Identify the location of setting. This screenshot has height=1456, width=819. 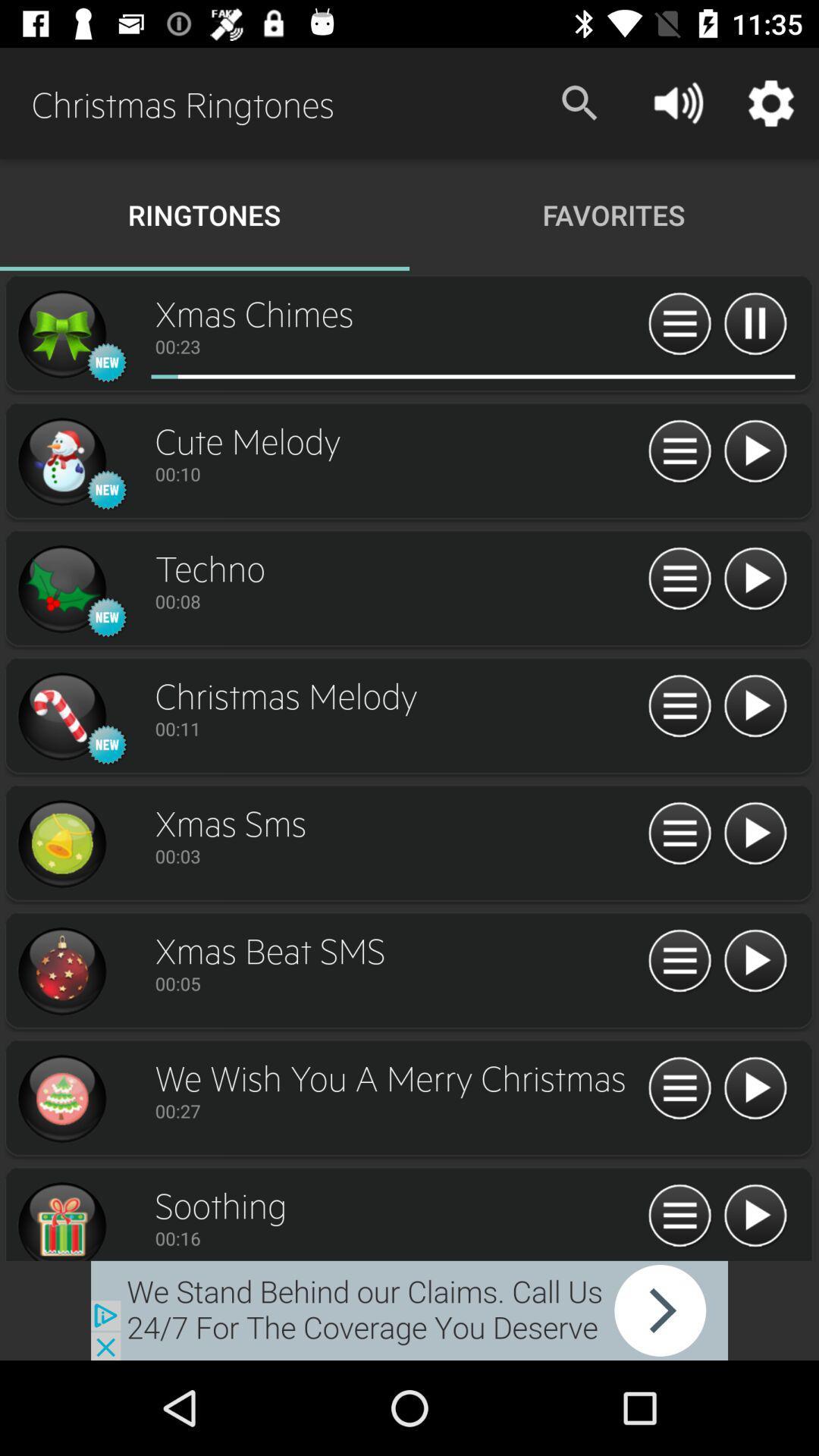
(679, 833).